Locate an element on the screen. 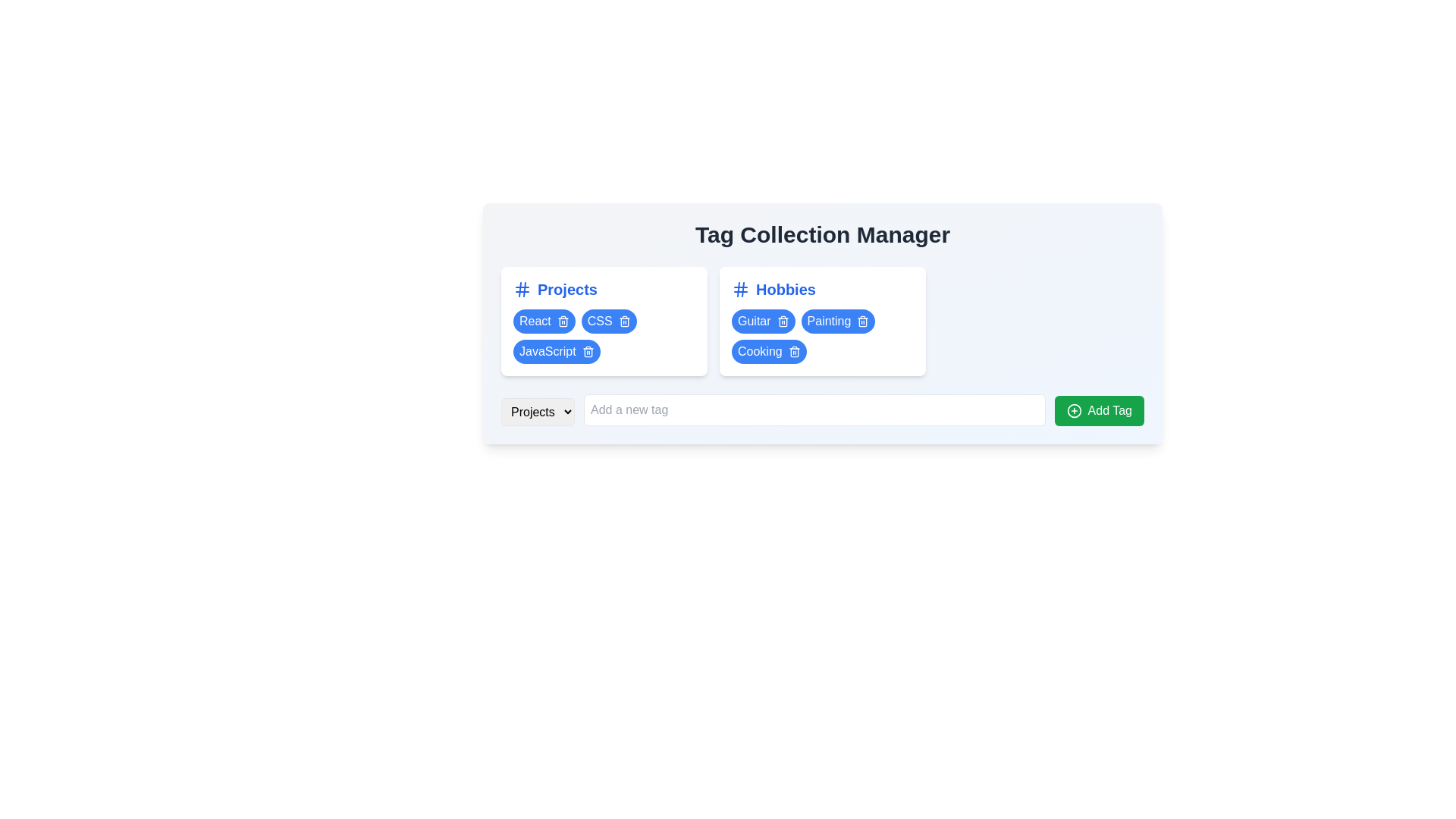  the SVG Circle Element that serves as a structural part of the 'Add' button, located at the far-right side of the input field next to the 'Add Tag' button is located at coordinates (1073, 411).